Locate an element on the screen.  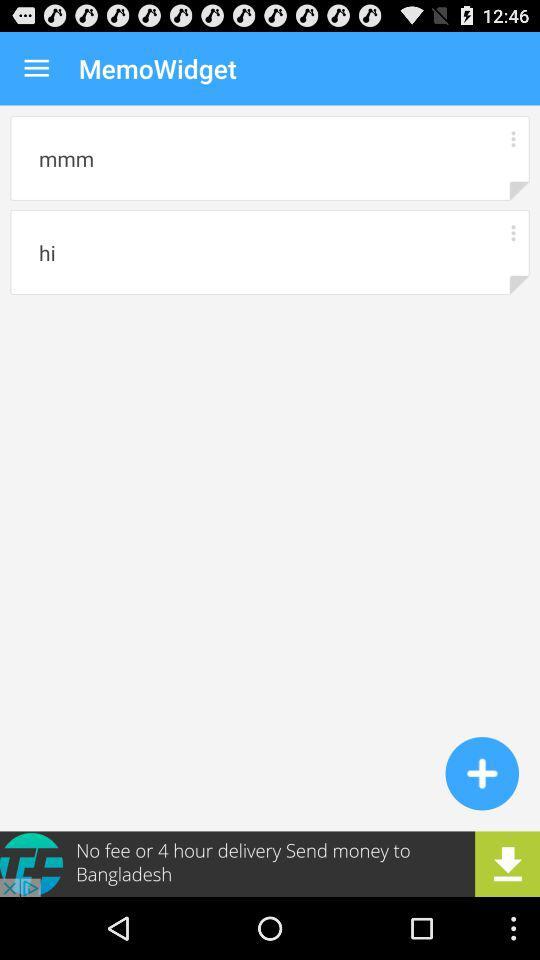
menu button is located at coordinates (513, 137).